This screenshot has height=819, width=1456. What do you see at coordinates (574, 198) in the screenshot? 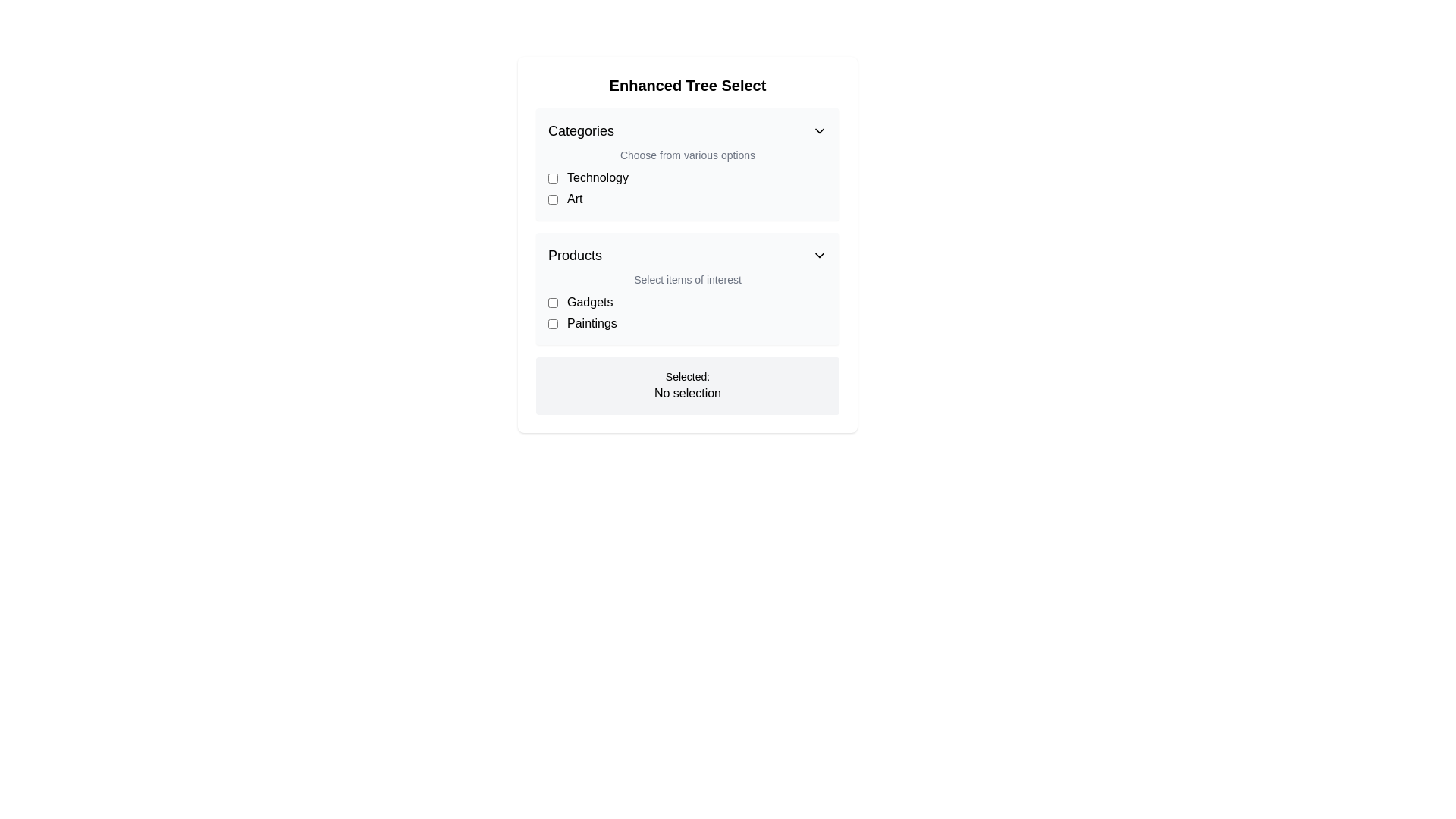
I see `the text label displaying 'Art' which is located under the 'Categories' section, adjacent to a checkbox` at bounding box center [574, 198].